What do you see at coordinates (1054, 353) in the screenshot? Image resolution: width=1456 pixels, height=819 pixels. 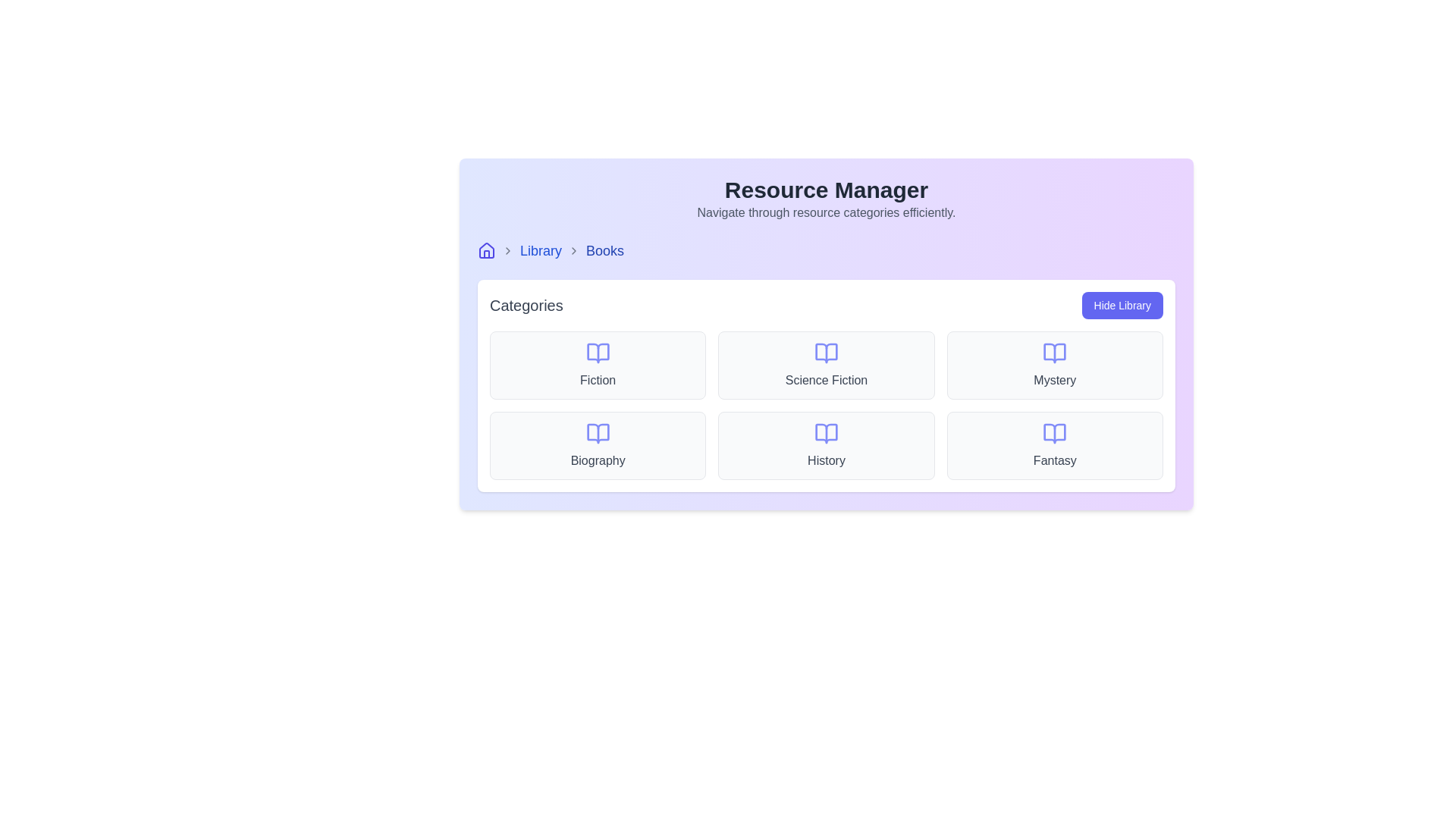 I see `Vector graphic icon representing the 'Mystery' category in the resource management interface to understand its details` at bounding box center [1054, 353].